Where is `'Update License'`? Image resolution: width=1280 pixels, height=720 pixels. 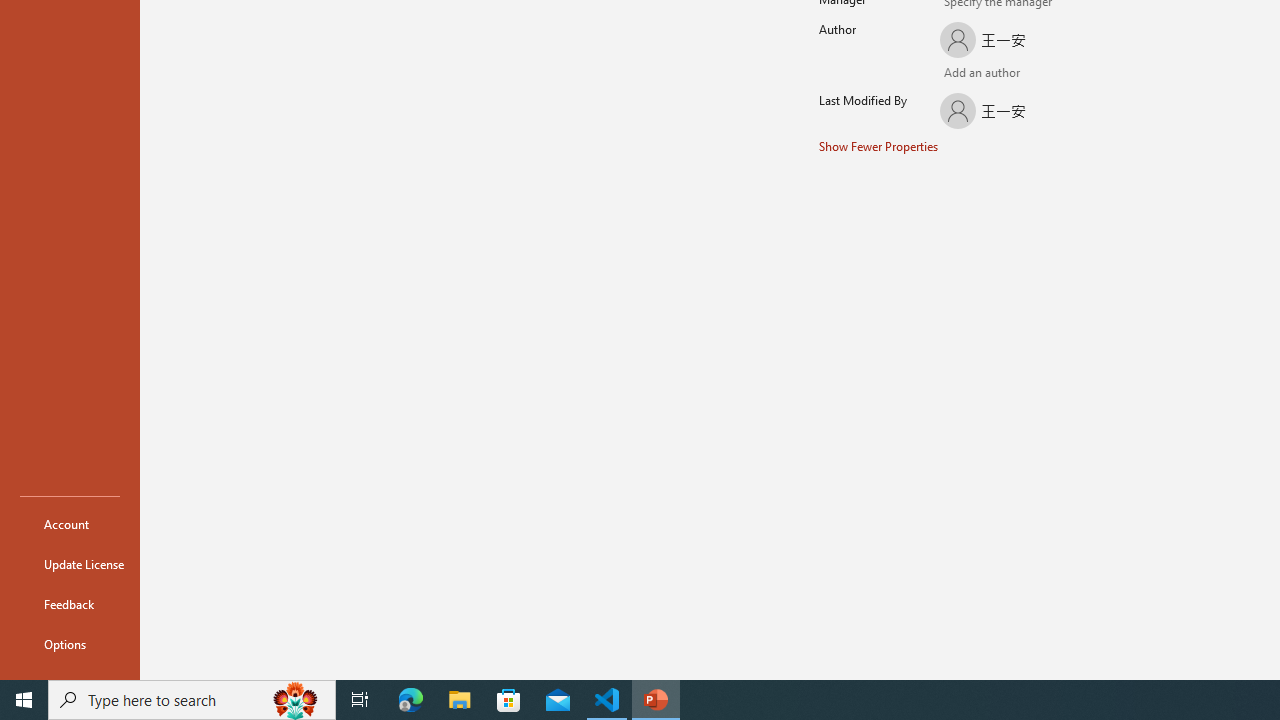
'Update License' is located at coordinates (69, 564).